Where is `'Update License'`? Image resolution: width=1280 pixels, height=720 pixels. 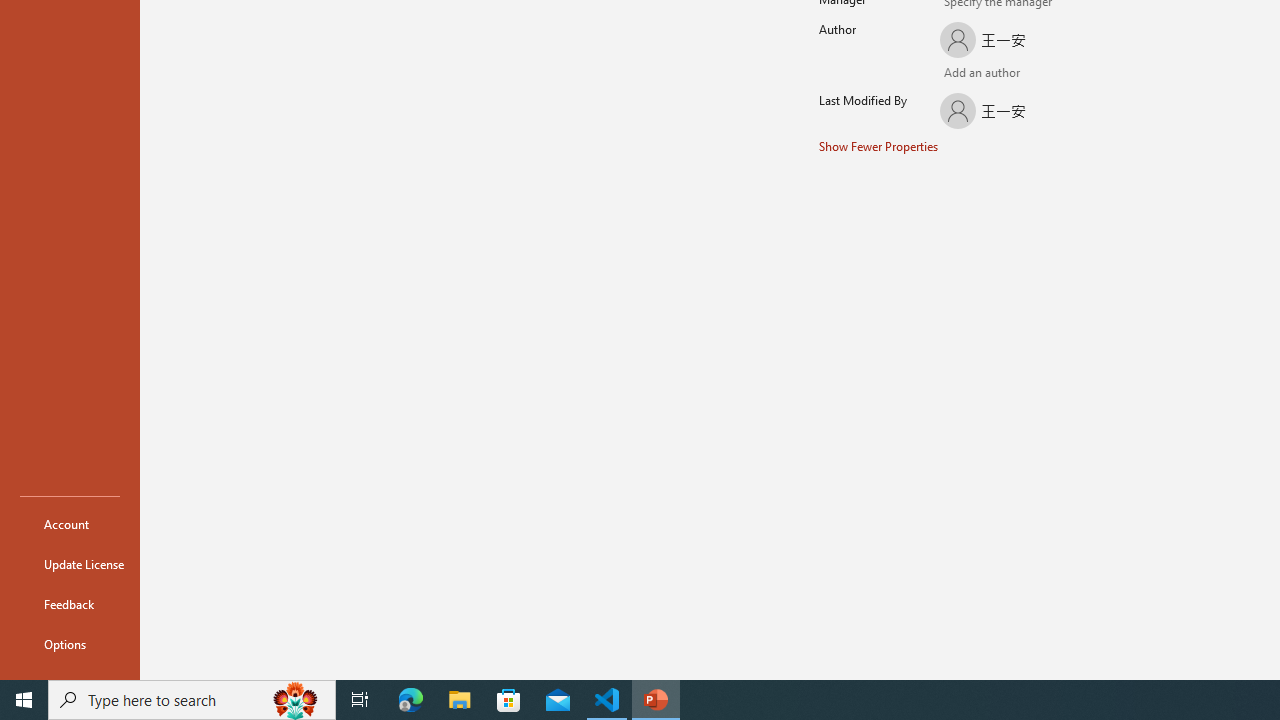
'Update License' is located at coordinates (69, 564).